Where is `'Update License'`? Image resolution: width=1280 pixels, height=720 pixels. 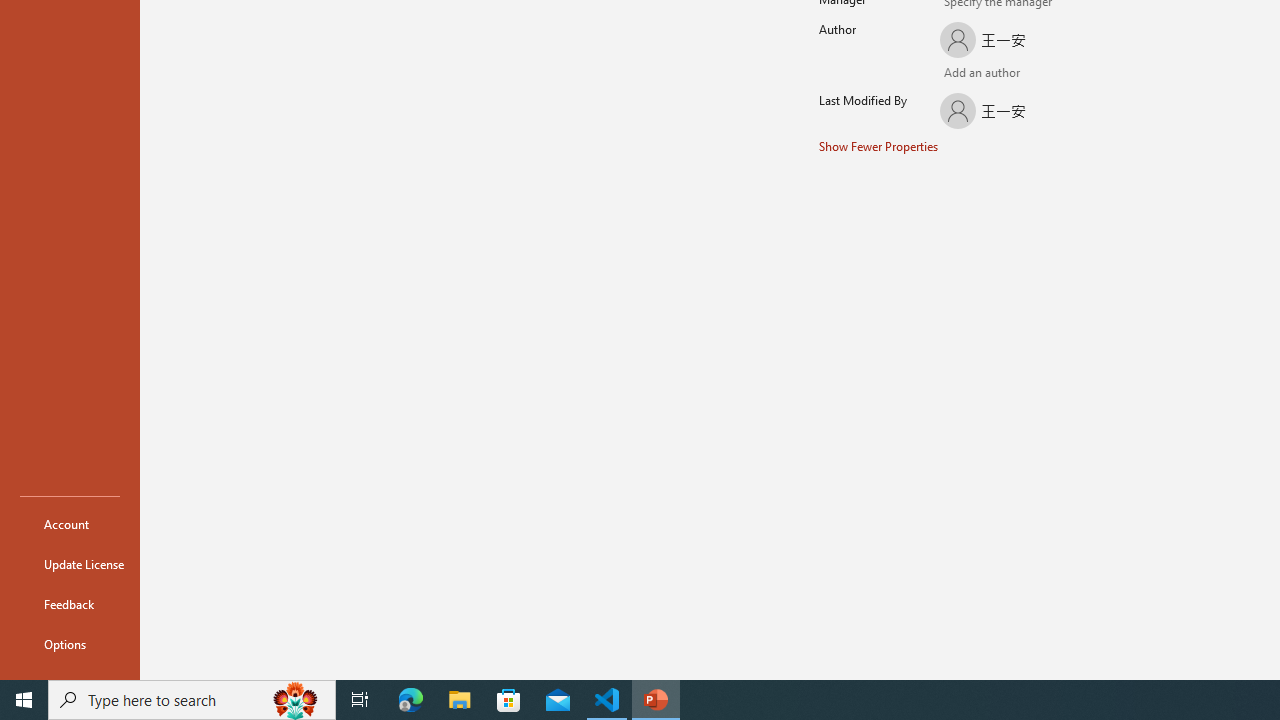
'Update License' is located at coordinates (69, 564).